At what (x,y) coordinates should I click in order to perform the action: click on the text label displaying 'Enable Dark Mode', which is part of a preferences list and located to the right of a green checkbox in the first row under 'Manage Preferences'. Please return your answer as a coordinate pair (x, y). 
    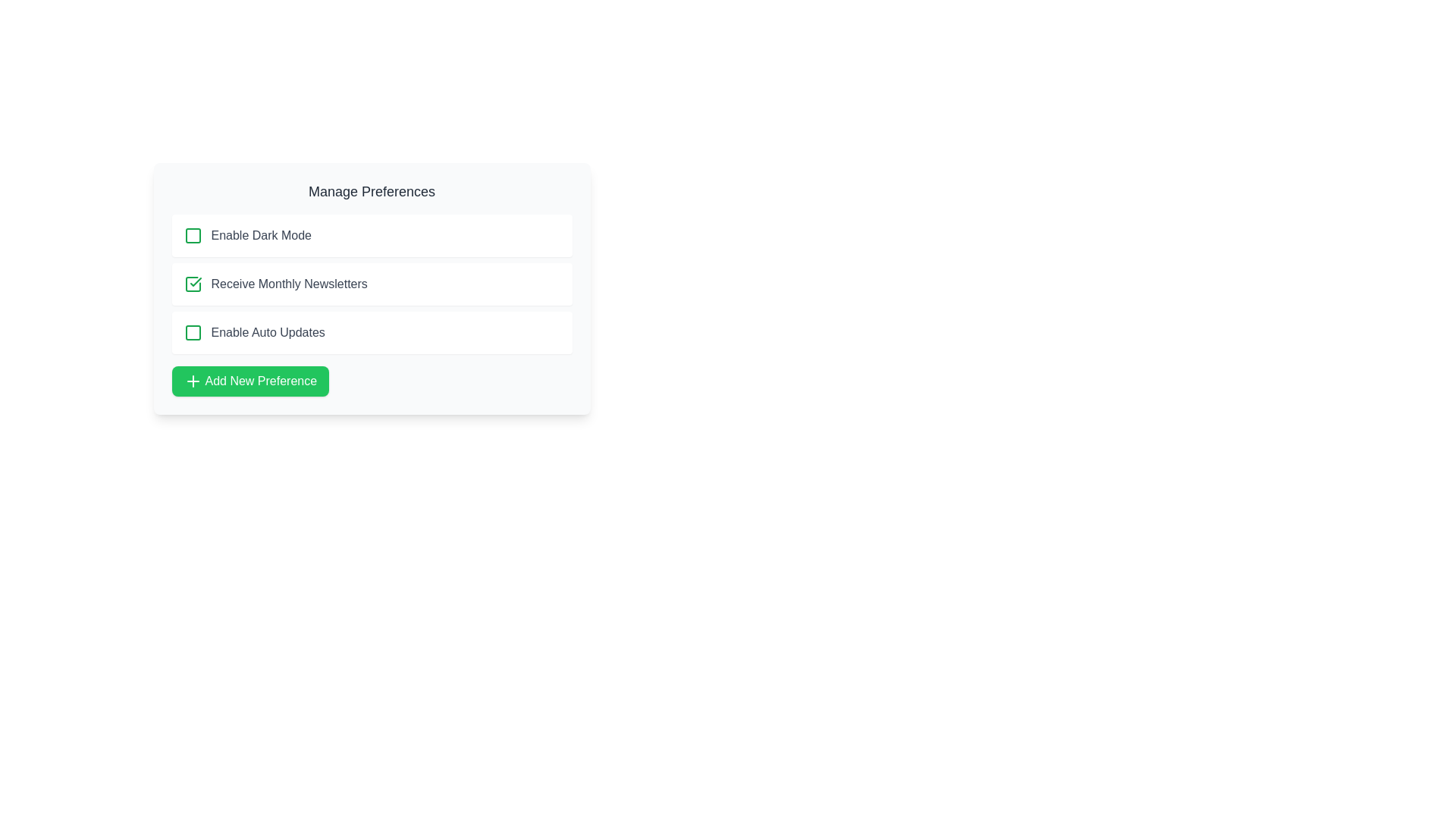
    Looking at the image, I should click on (261, 236).